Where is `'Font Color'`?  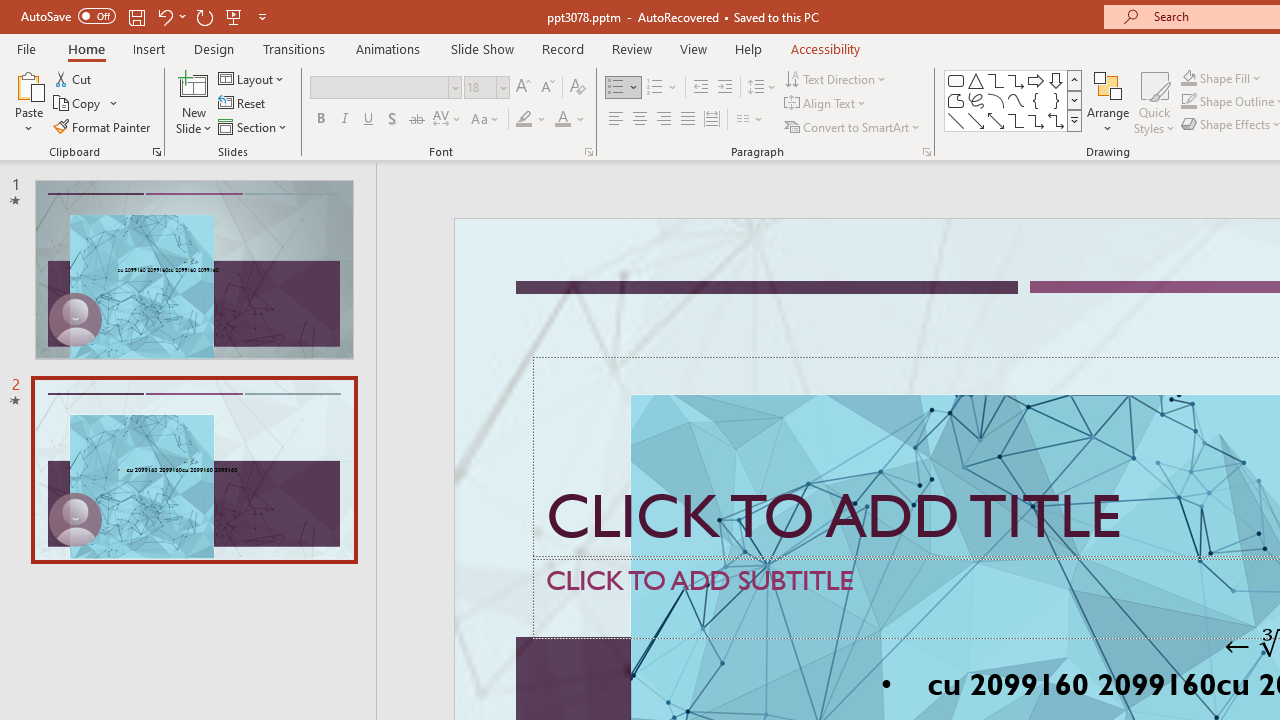
'Font Color' is located at coordinates (569, 119).